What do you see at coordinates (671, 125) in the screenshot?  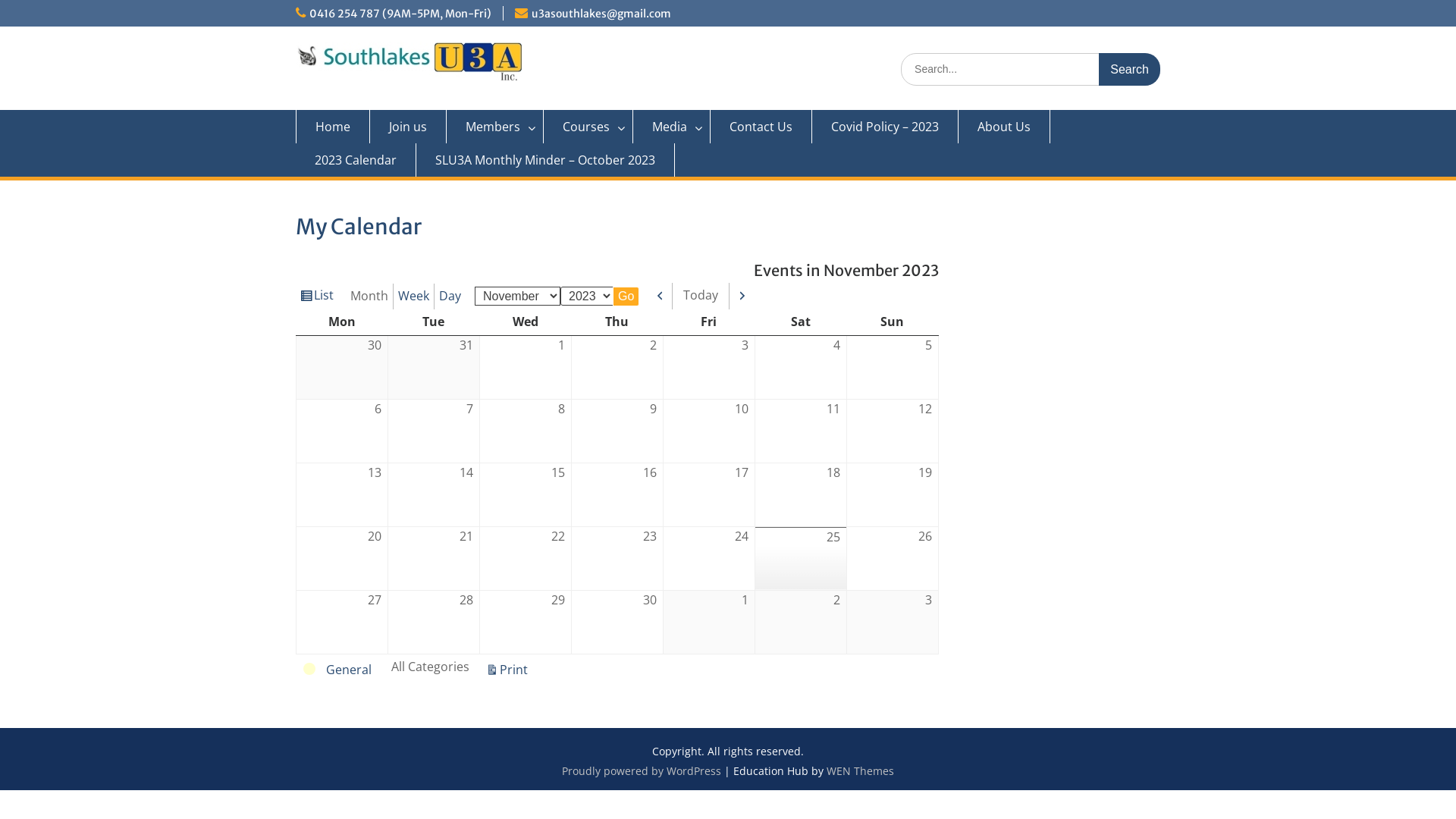 I see `'Media'` at bounding box center [671, 125].